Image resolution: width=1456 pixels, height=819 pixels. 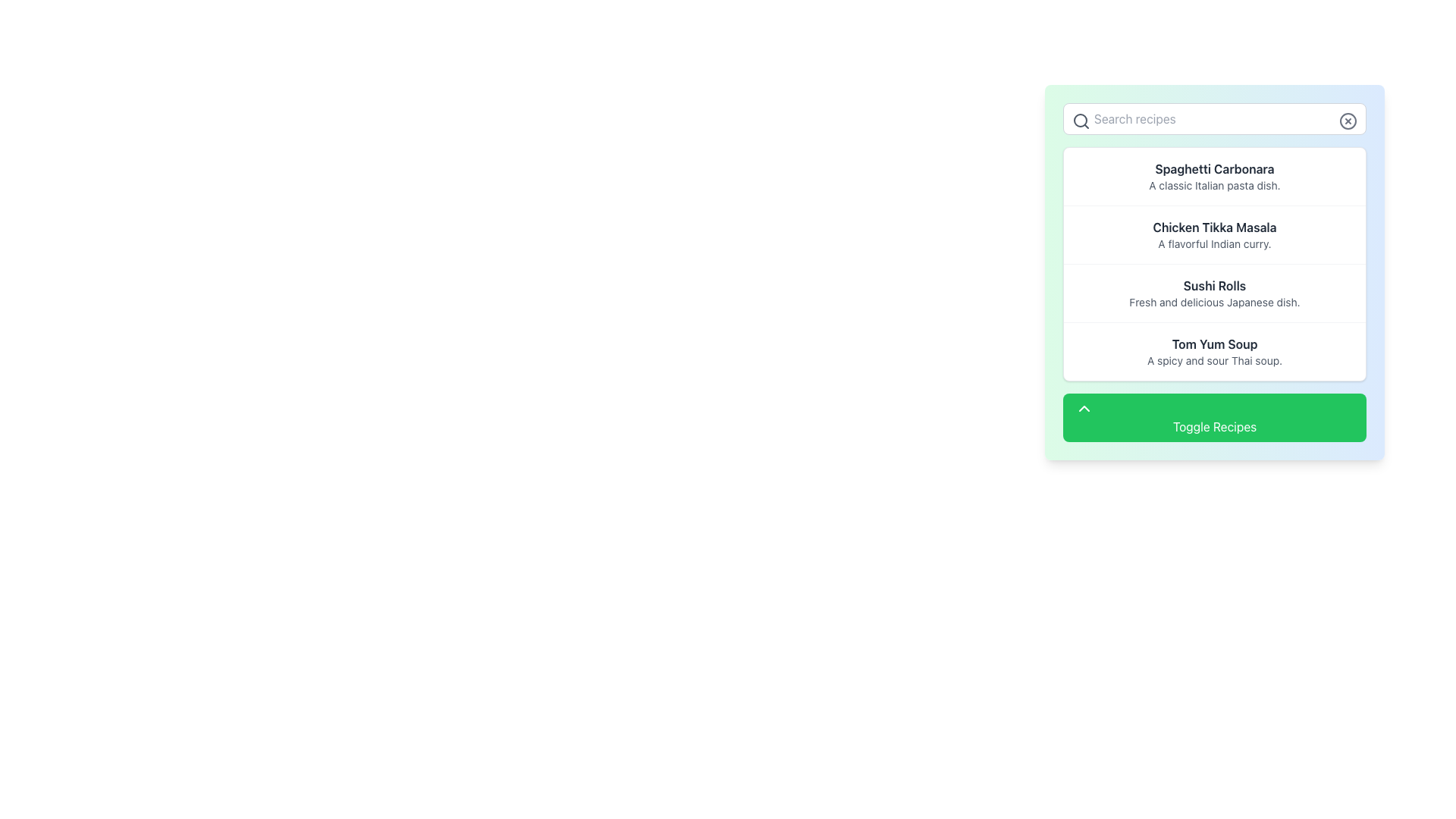 What do you see at coordinates (1215, 360) in the screenshot?
I see `the text element displaying 'A spicy and sour Thai soup,' which is the subtitle below 'Tom Yum Soup' in the recipe list` at bounding box center [1215, 360].